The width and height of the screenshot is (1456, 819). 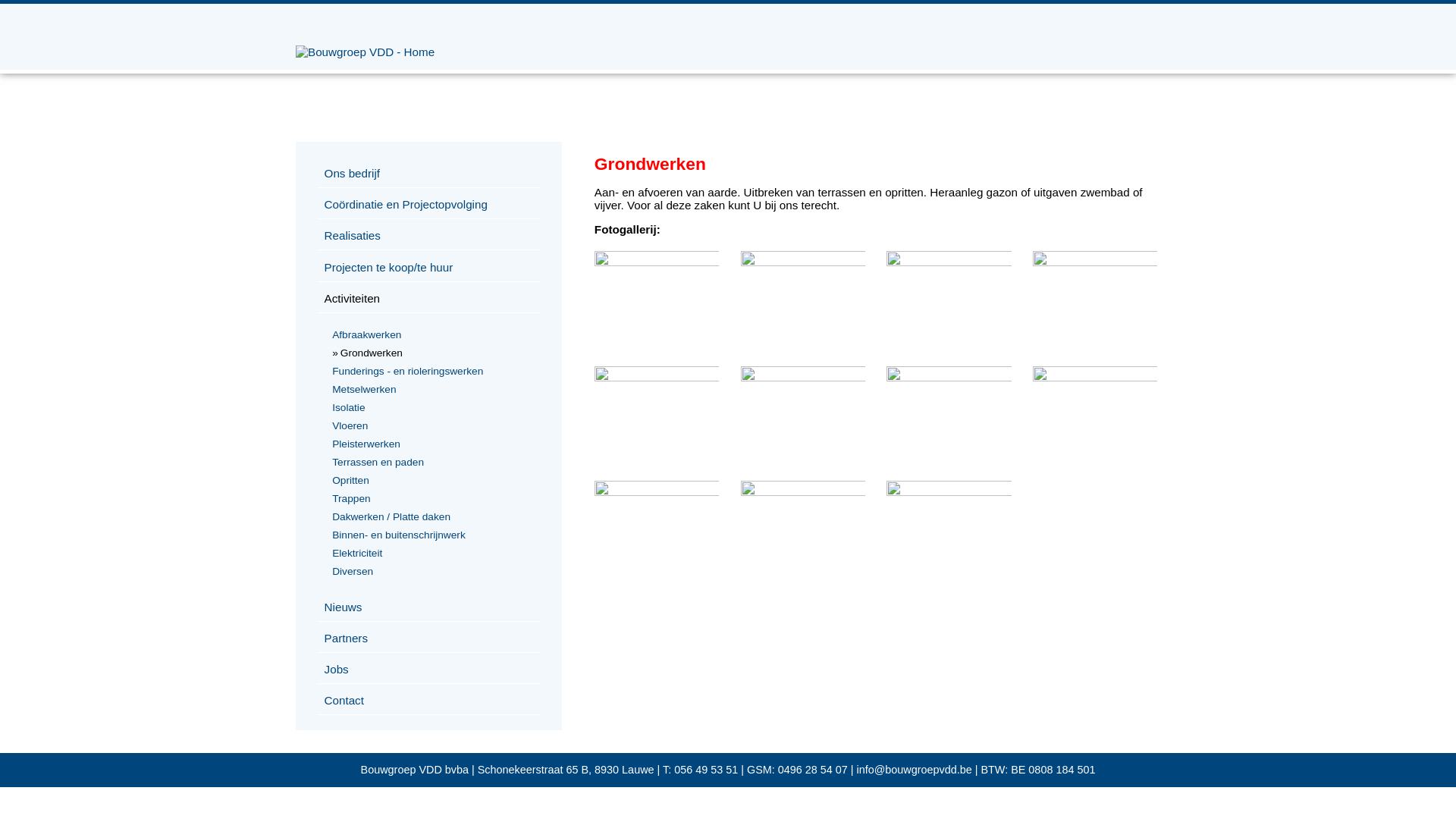 What do you see at coordinates (431, 406) in the screenshot?
I see `'Isolatie'` at bounding box center [431, 406].